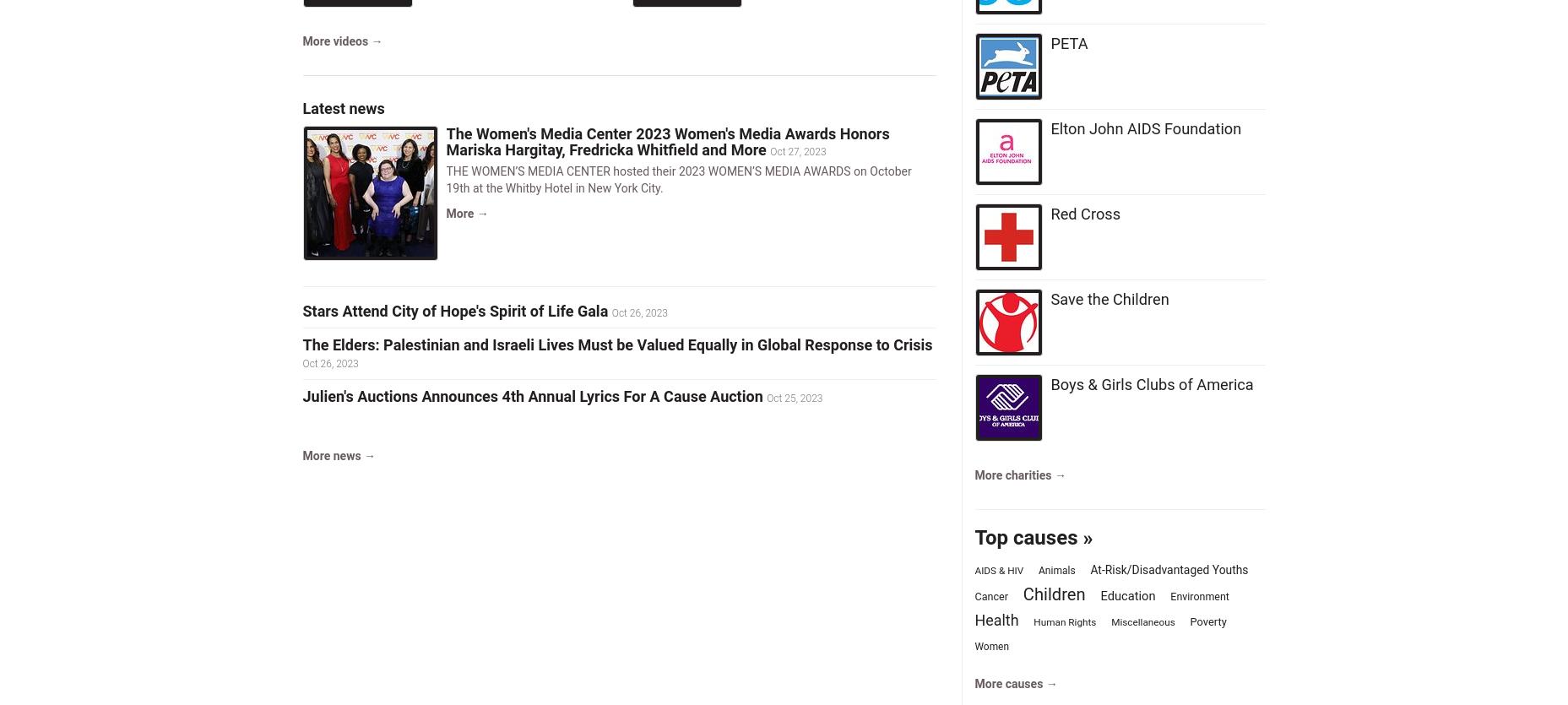 This screenshot has height=705, width=1568. What do you see at coordinates (1170, 595) in the screenshot?
I see `'Environment'` at bounding box center [1170, 595].